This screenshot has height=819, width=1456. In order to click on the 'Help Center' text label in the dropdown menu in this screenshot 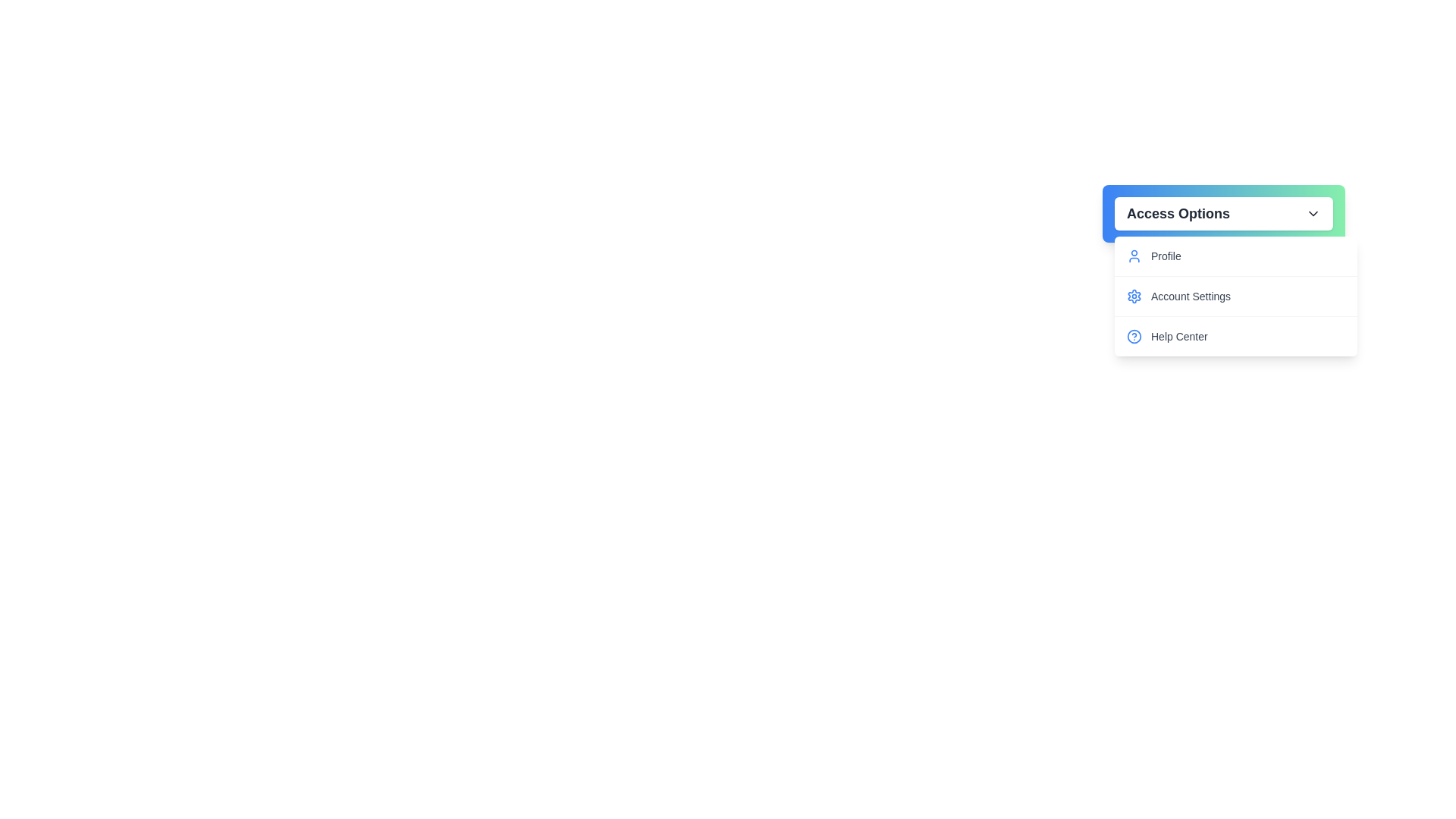, I will do `click(1178, 335)`.